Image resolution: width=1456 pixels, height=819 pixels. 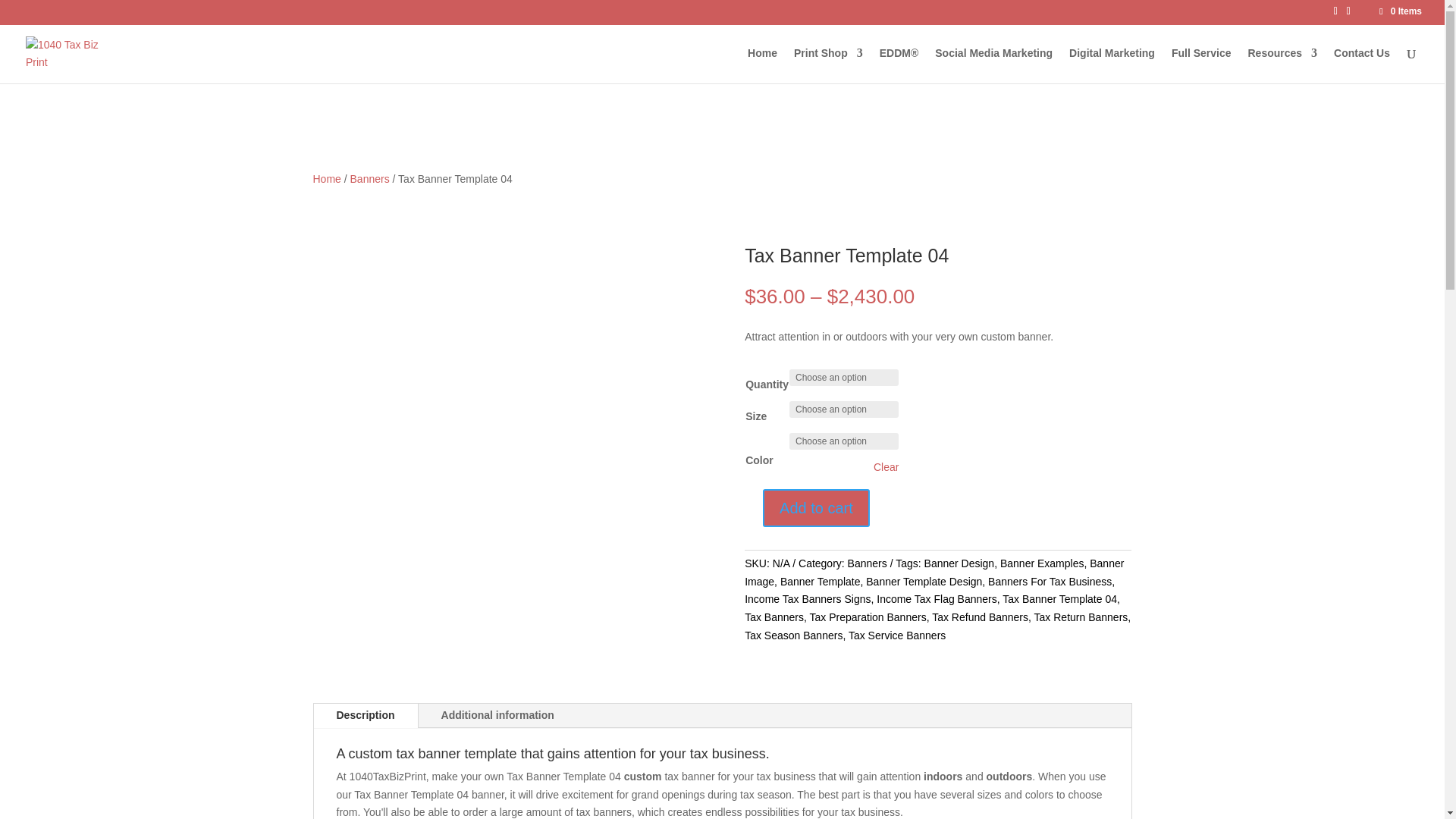 I want to click on 'Income Tax Banners Signs', so click(x=807, y=598).